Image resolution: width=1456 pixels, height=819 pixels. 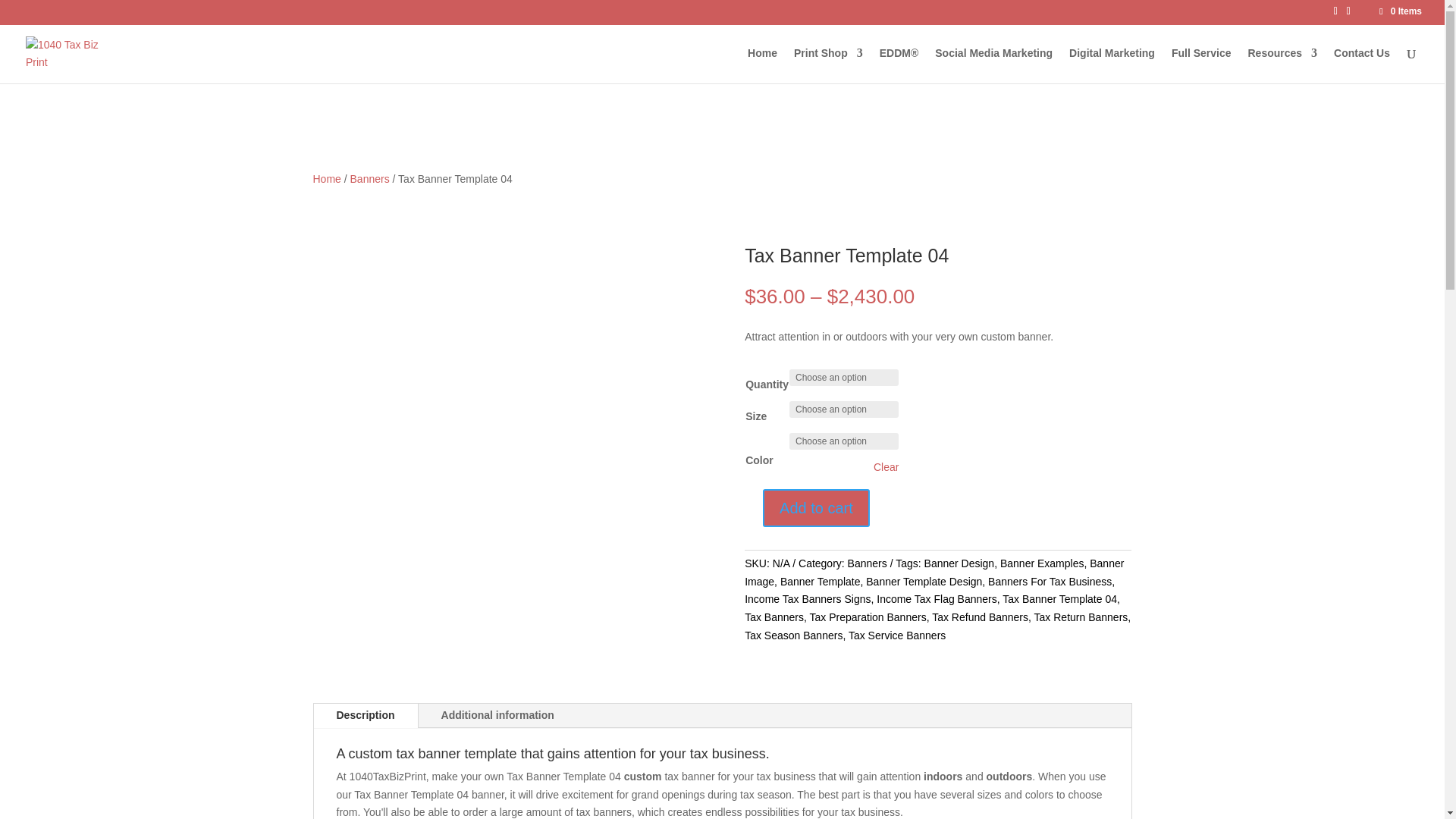 I want to click on 'Income Tax Banners Signs', so click(x=807, y=598).